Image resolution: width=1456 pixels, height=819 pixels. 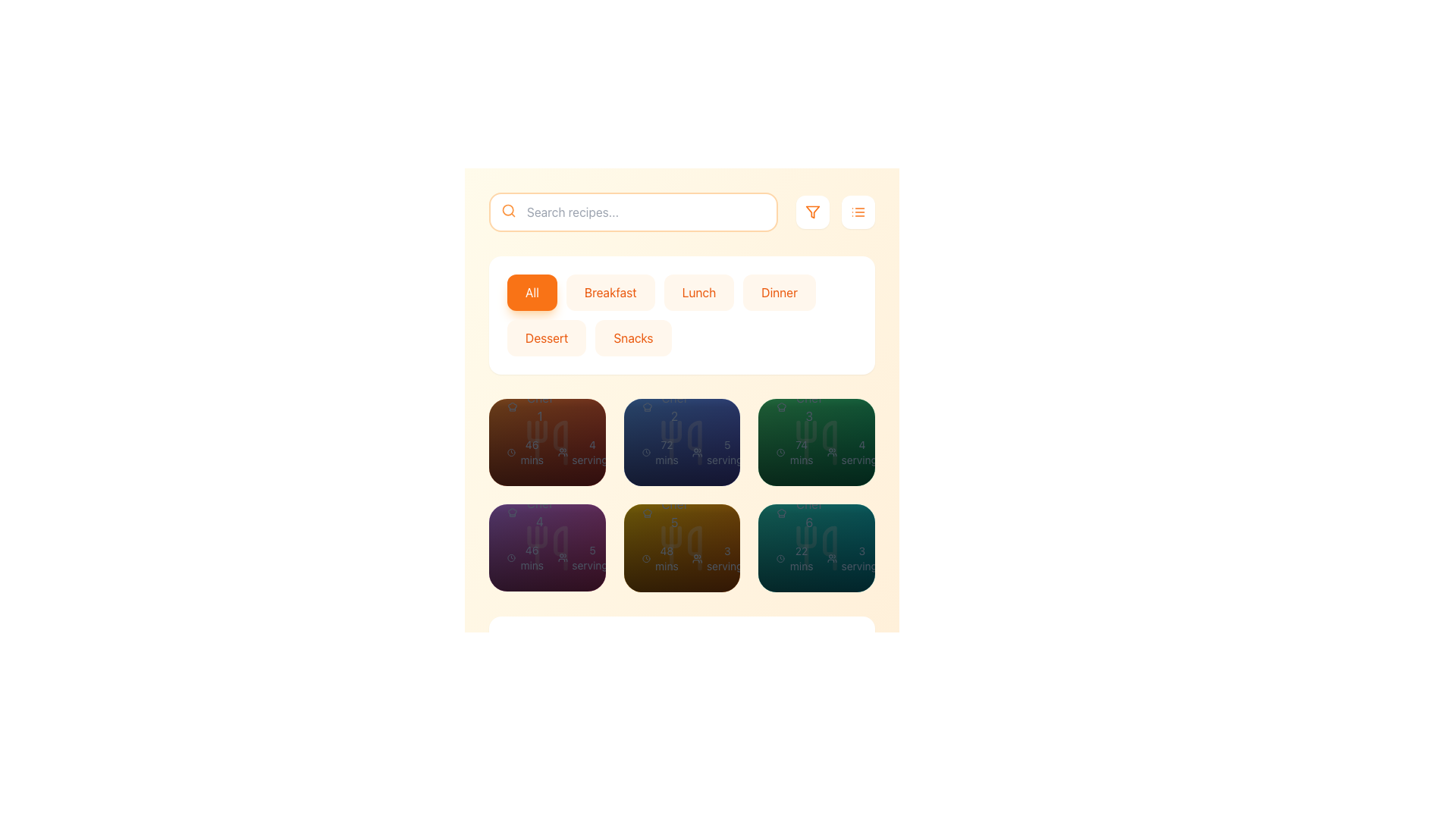 I want to click on textual label '46 mins' which is located in the top-left corner of a grid item, accompanied by a small clock icon, so click(x=526, y=452).